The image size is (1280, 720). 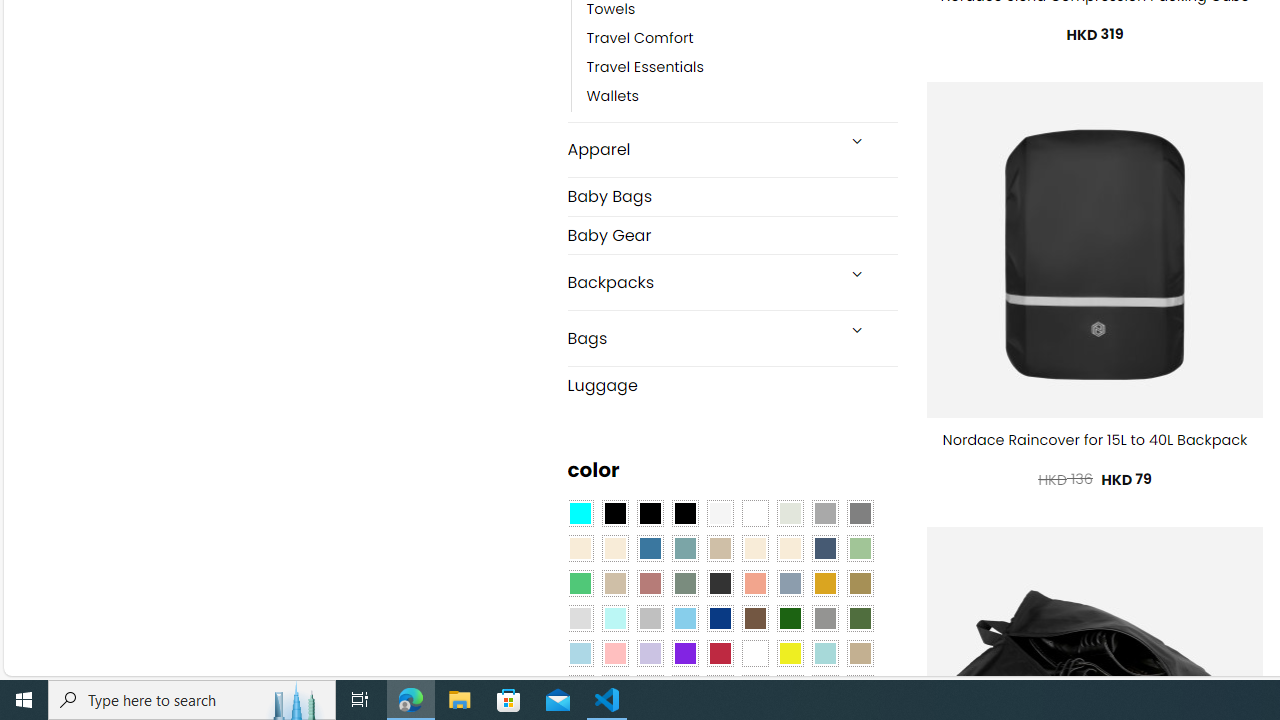 What do you see at coordinates (578, 653) in the screenshot?
I see `'Light Blue'` at bounding box center [578, 653].